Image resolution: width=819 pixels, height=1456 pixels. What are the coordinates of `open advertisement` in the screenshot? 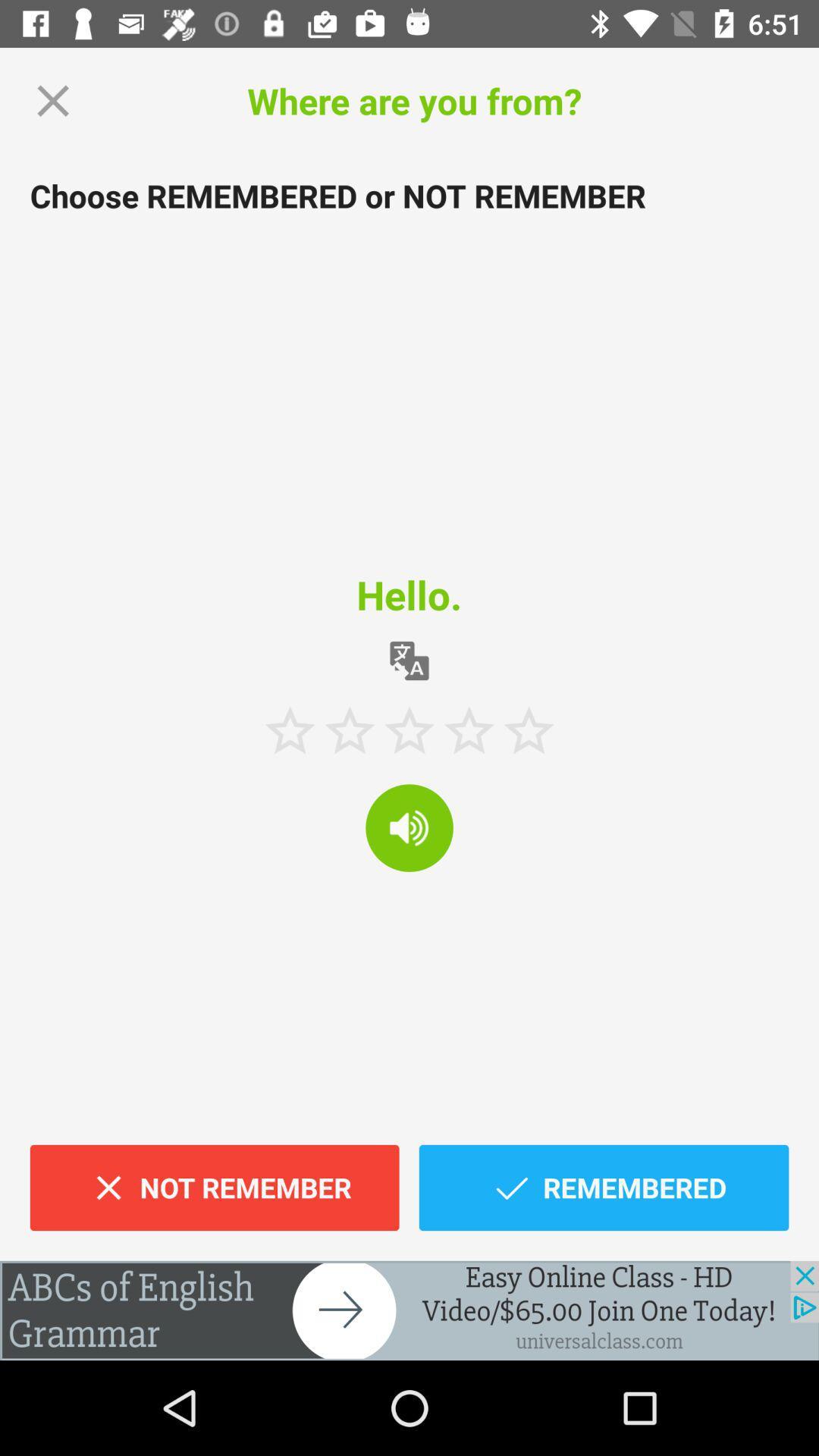 It's located at (409, 1310).